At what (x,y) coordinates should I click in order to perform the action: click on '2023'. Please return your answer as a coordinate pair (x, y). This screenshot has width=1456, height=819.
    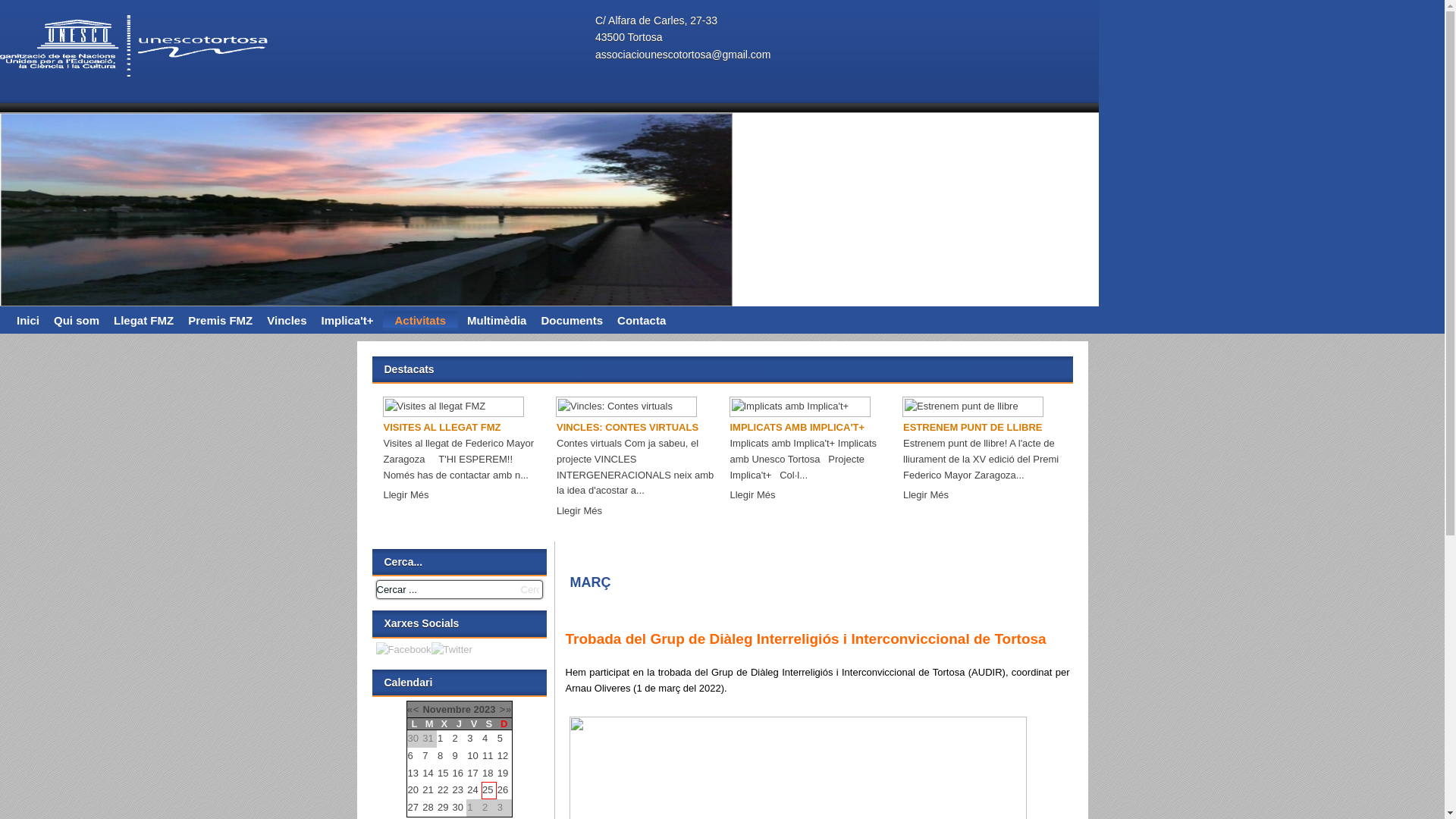
    Looking at the image, I should click on (472, 709).